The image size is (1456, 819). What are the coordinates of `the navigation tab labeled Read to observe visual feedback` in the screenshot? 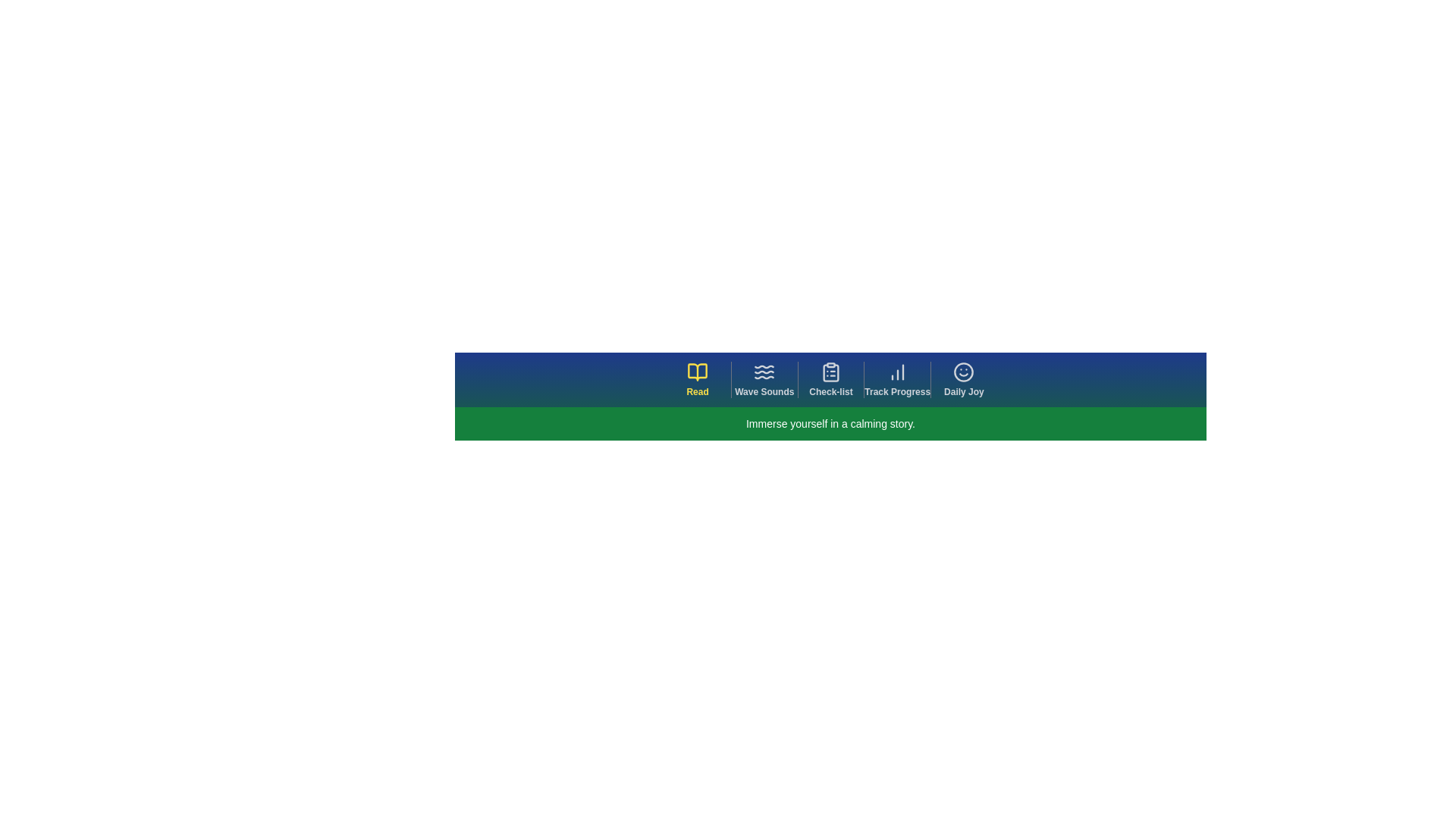 It's located at (697, 379).